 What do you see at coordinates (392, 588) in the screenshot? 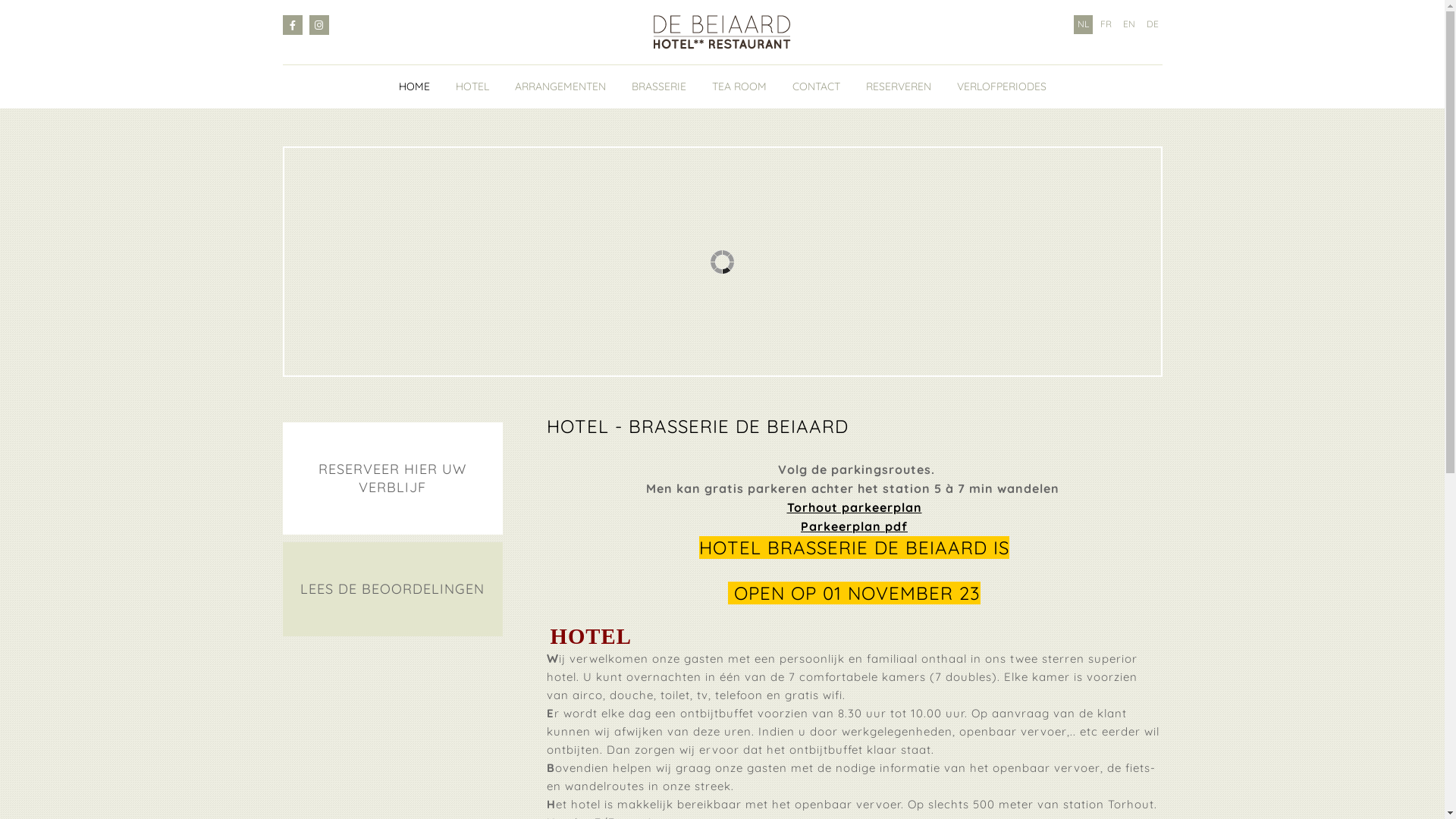
I see `'LEES DE BEOORDELINGEN'` at bounding box center [392, 588].